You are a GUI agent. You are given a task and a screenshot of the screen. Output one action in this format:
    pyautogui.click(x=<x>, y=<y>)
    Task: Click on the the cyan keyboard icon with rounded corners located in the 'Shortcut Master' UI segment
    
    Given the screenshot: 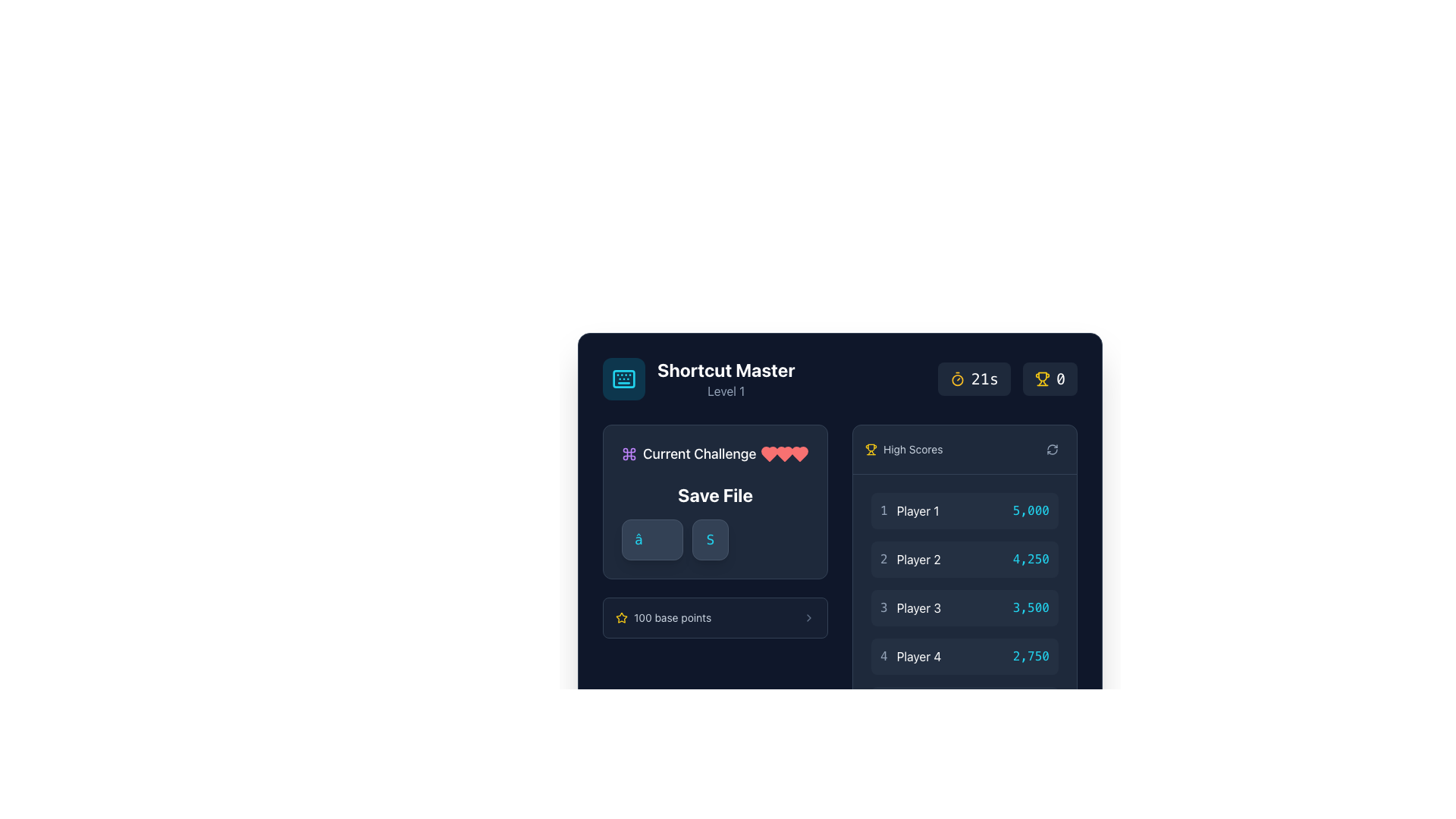 What is the action you would take?
    pyautogui.click(x=623, y=378)
    